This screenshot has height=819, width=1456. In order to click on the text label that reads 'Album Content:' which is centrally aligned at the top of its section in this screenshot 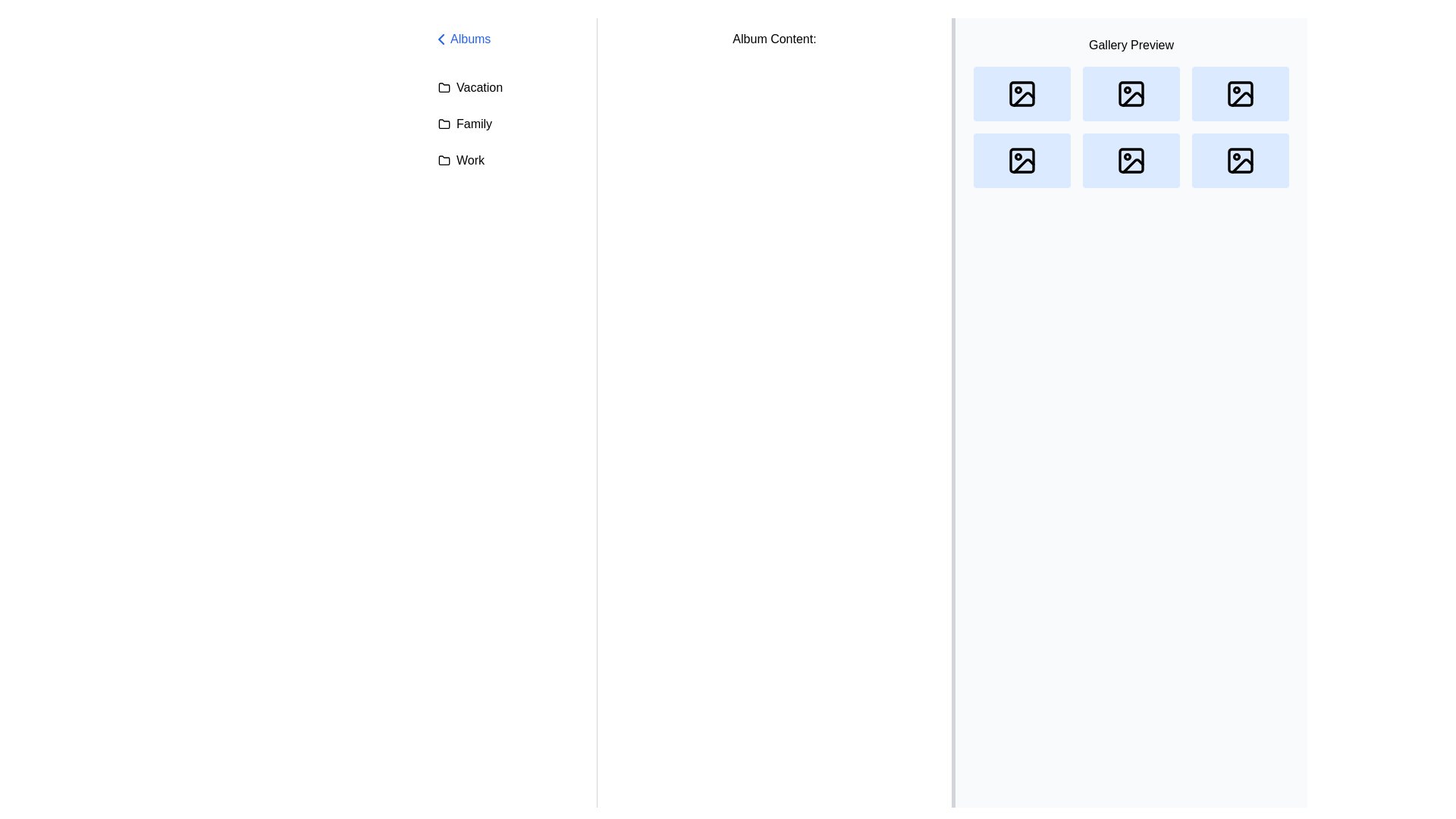, I will do `click(774, 38)`.